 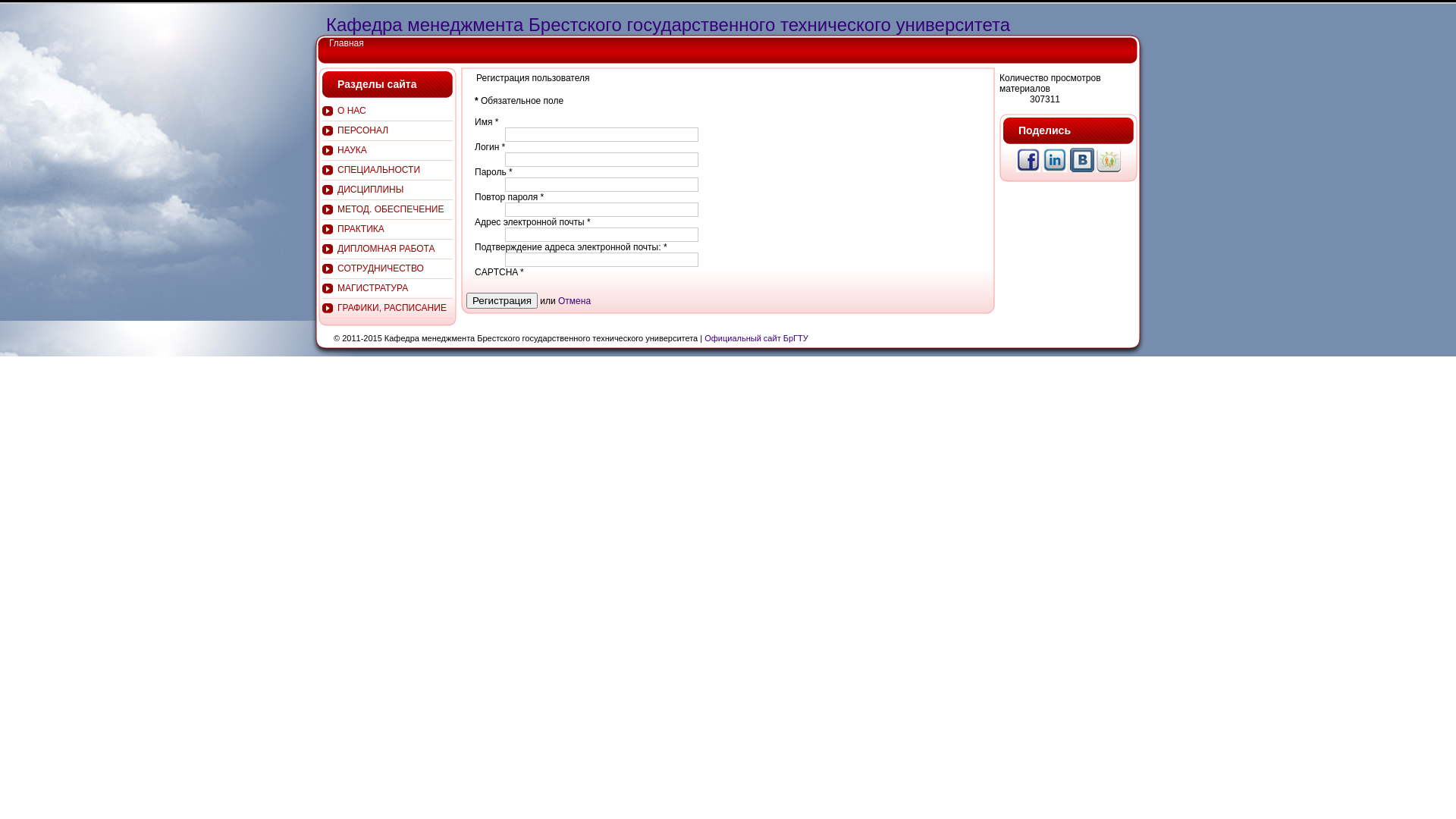 I want to click on 'MOD_MVSOCIALBUTTONS_SUBMIT', so click(x=1109, y=169).